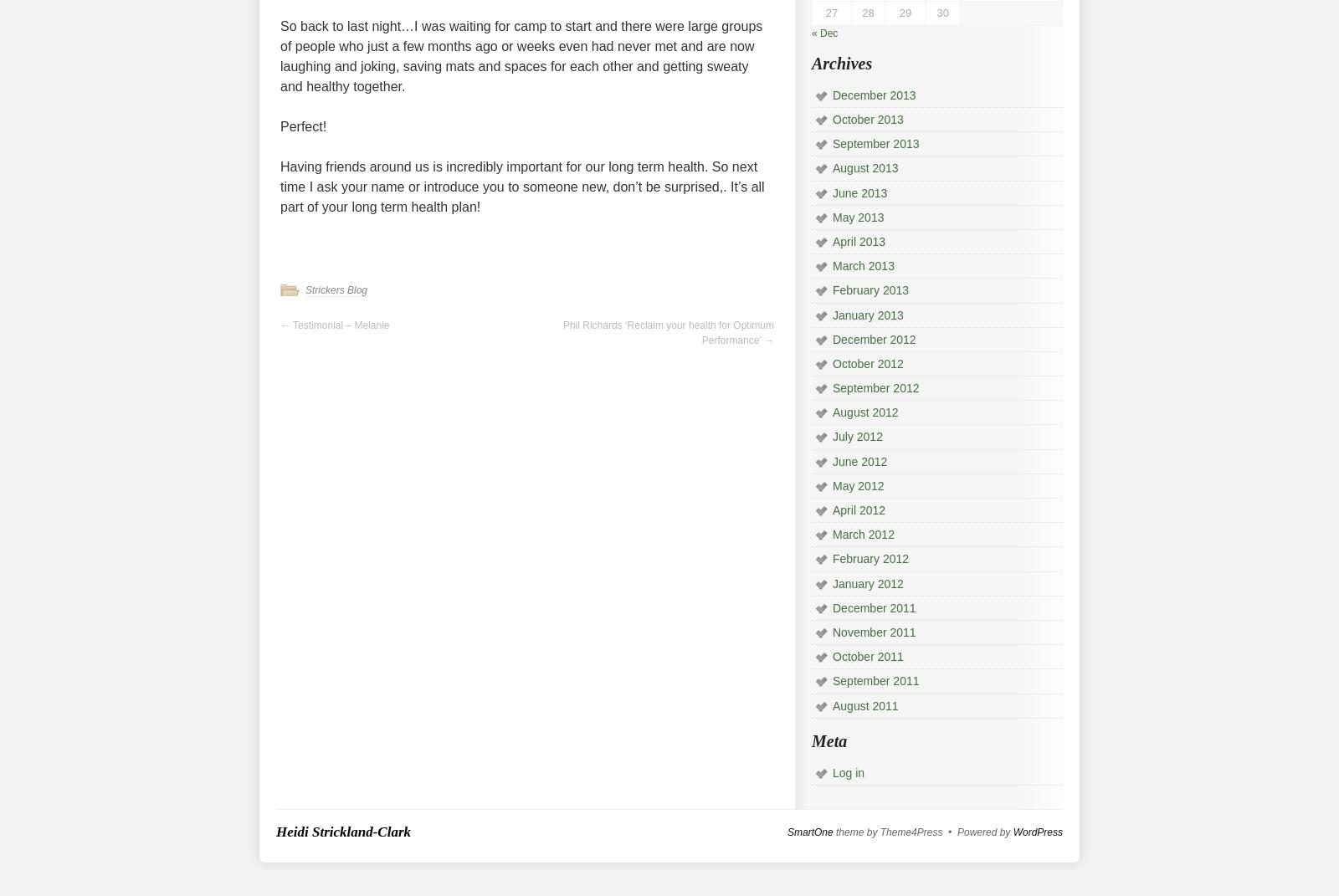 The height and width of the screenshot is (896, 1339). I want to click on 'Strickers Blog', so click(305, 289).